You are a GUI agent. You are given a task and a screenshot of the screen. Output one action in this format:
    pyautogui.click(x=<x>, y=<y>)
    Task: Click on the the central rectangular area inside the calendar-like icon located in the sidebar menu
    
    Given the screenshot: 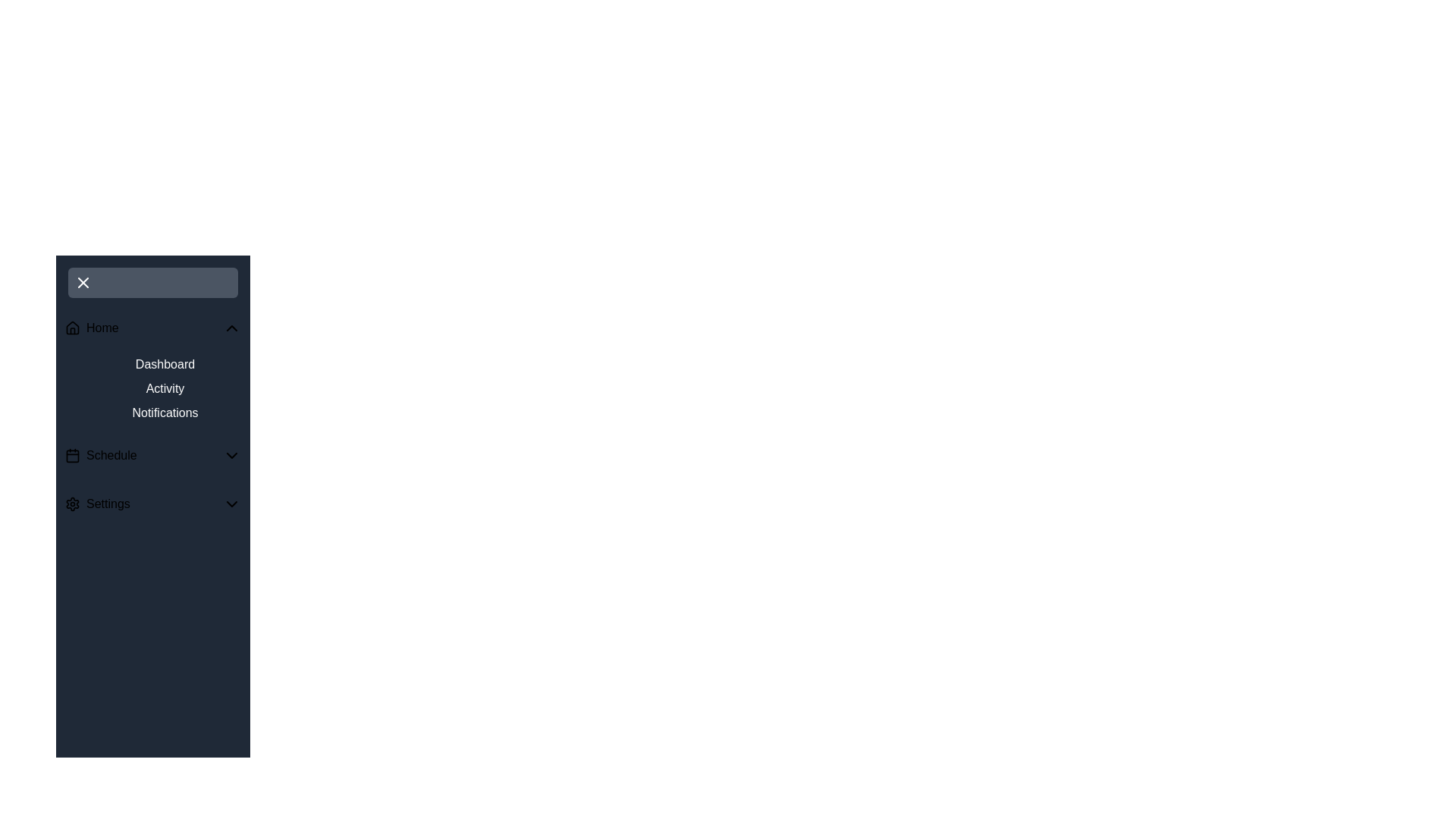 What is the action you would take?
    pyautogui.click(x=72, y=455)
    